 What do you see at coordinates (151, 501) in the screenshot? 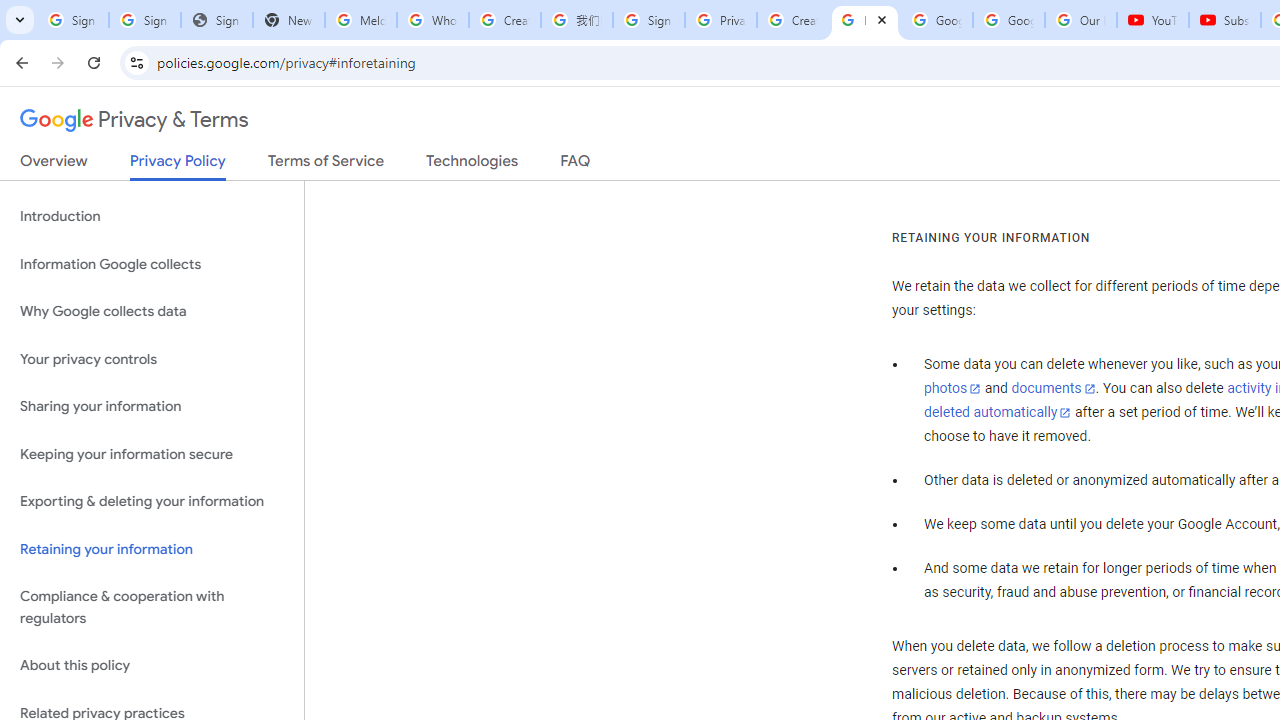
I see `'Exporting & deleting your information'` at bounding box center [151, 501].